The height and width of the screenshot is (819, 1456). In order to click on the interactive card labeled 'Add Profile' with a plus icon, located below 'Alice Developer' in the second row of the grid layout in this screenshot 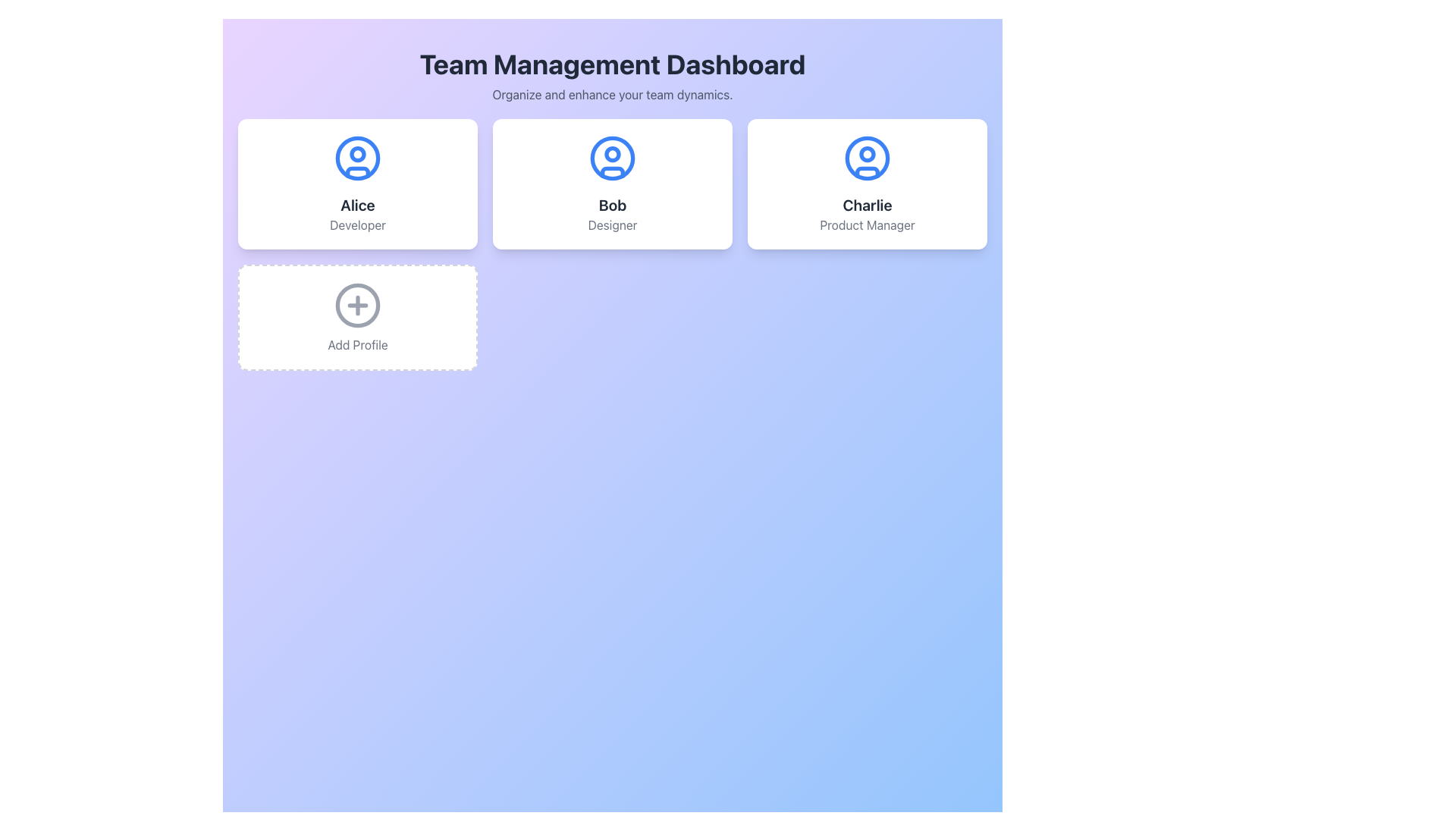, I will do `click(356, 317)`.